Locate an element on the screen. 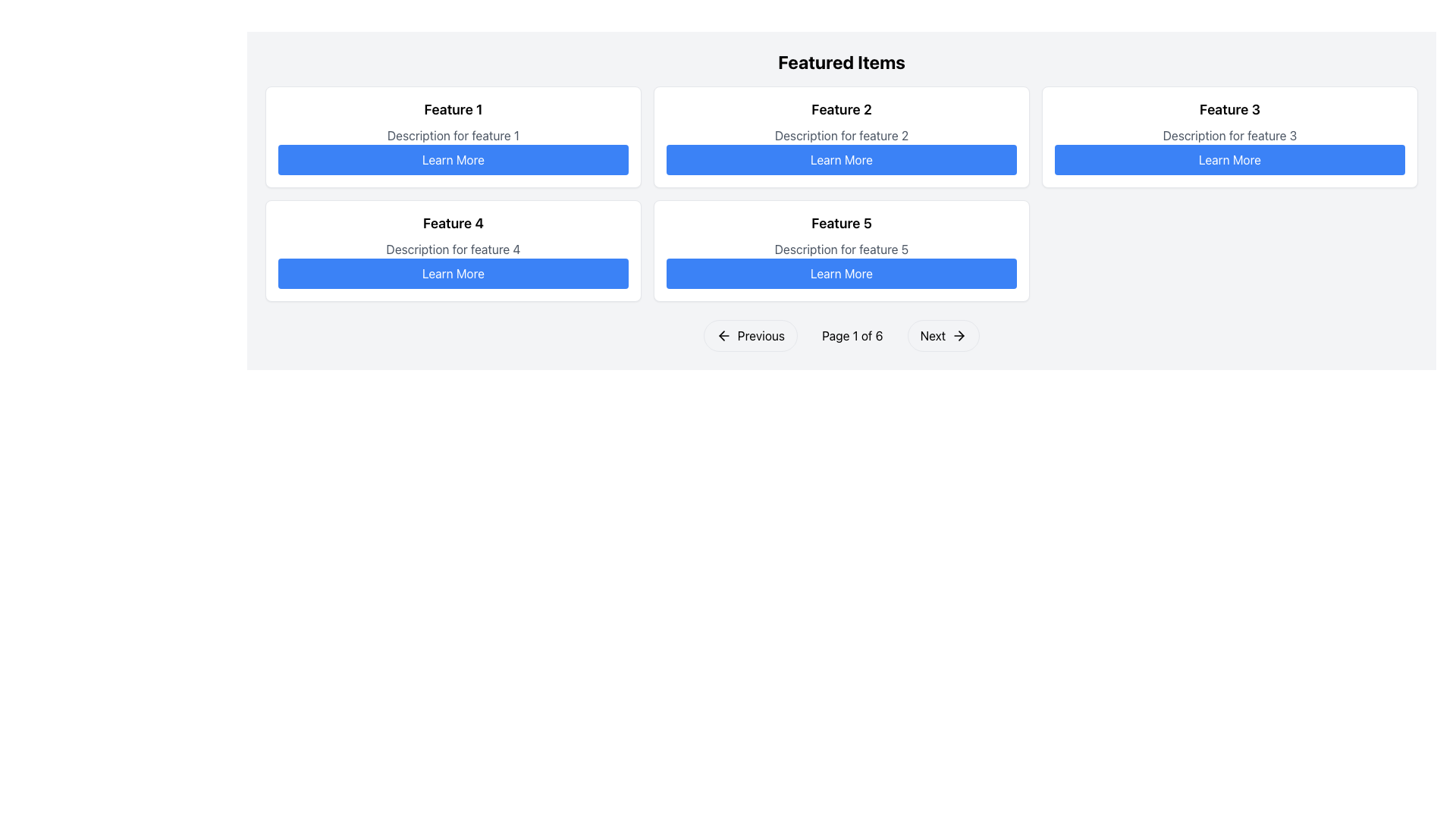 The height and width of the screenshot is (819, 1456). the 'Next' button by clicking on the small right-pointing arrow icon located within it is located at coordinates (961, 335).